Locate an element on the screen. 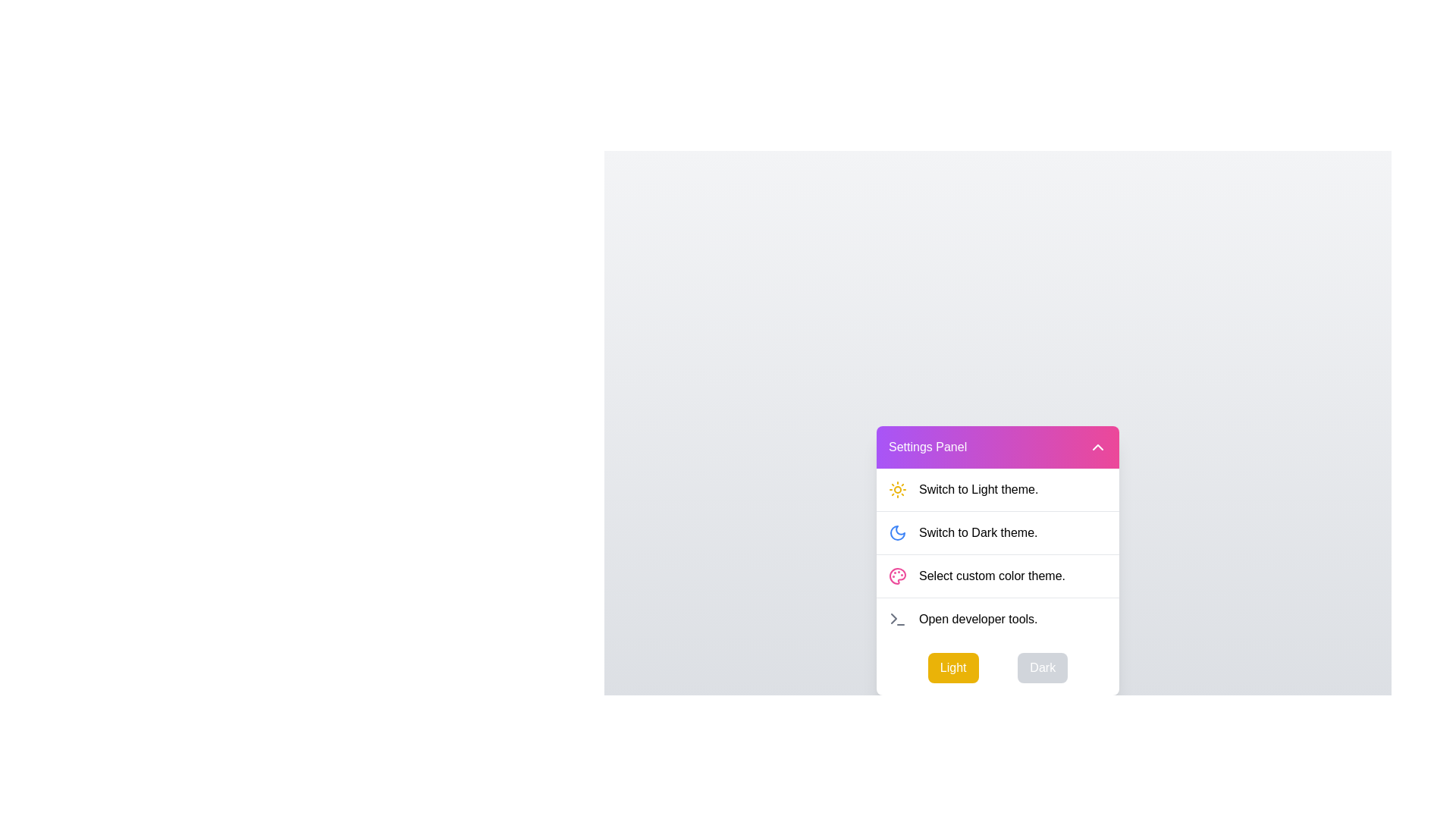  the 'Switch to Dark theme' option is located at coordinates (997, 532).